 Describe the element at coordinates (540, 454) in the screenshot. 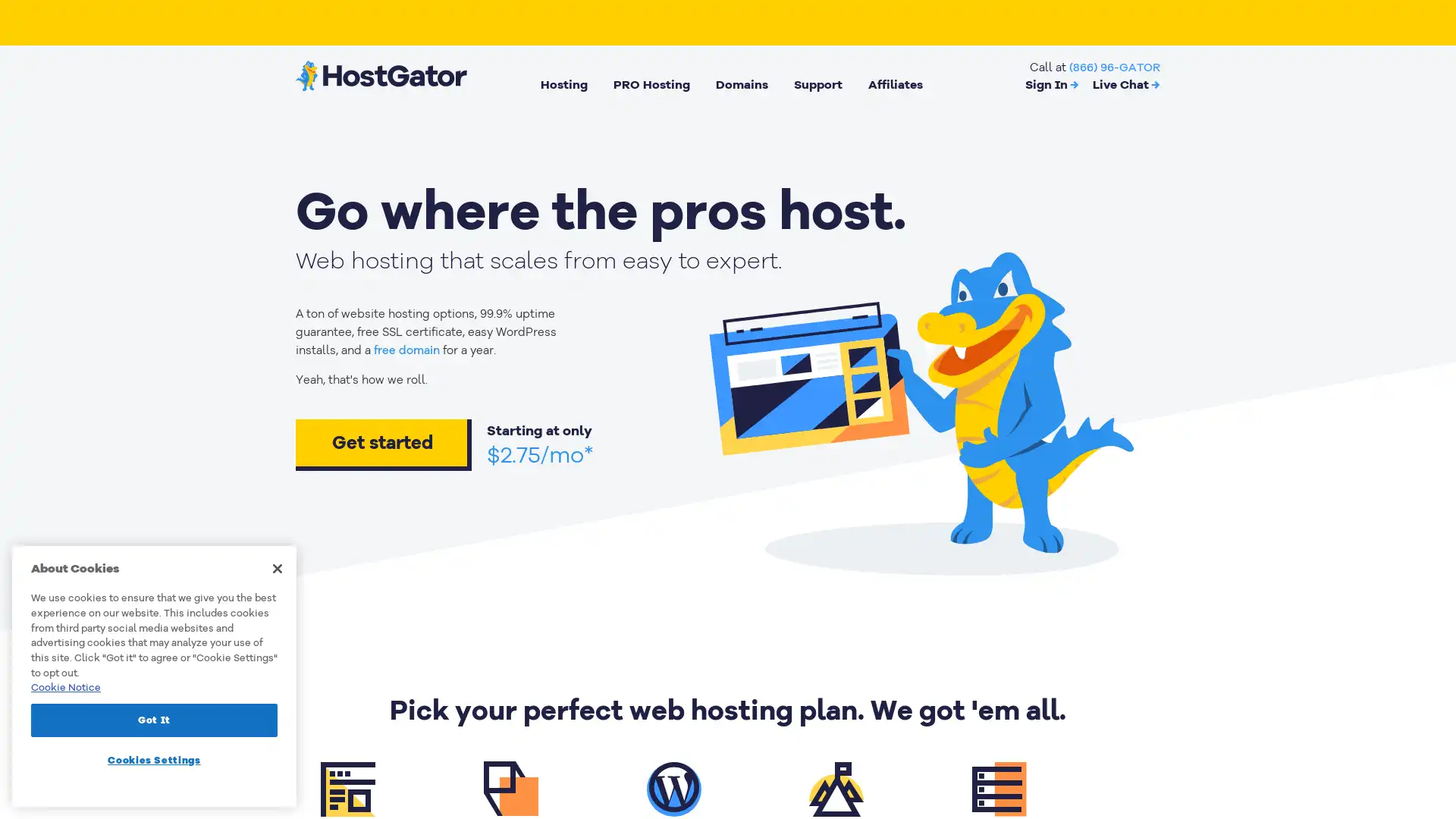

I see `$2.75/mo*` at that location.